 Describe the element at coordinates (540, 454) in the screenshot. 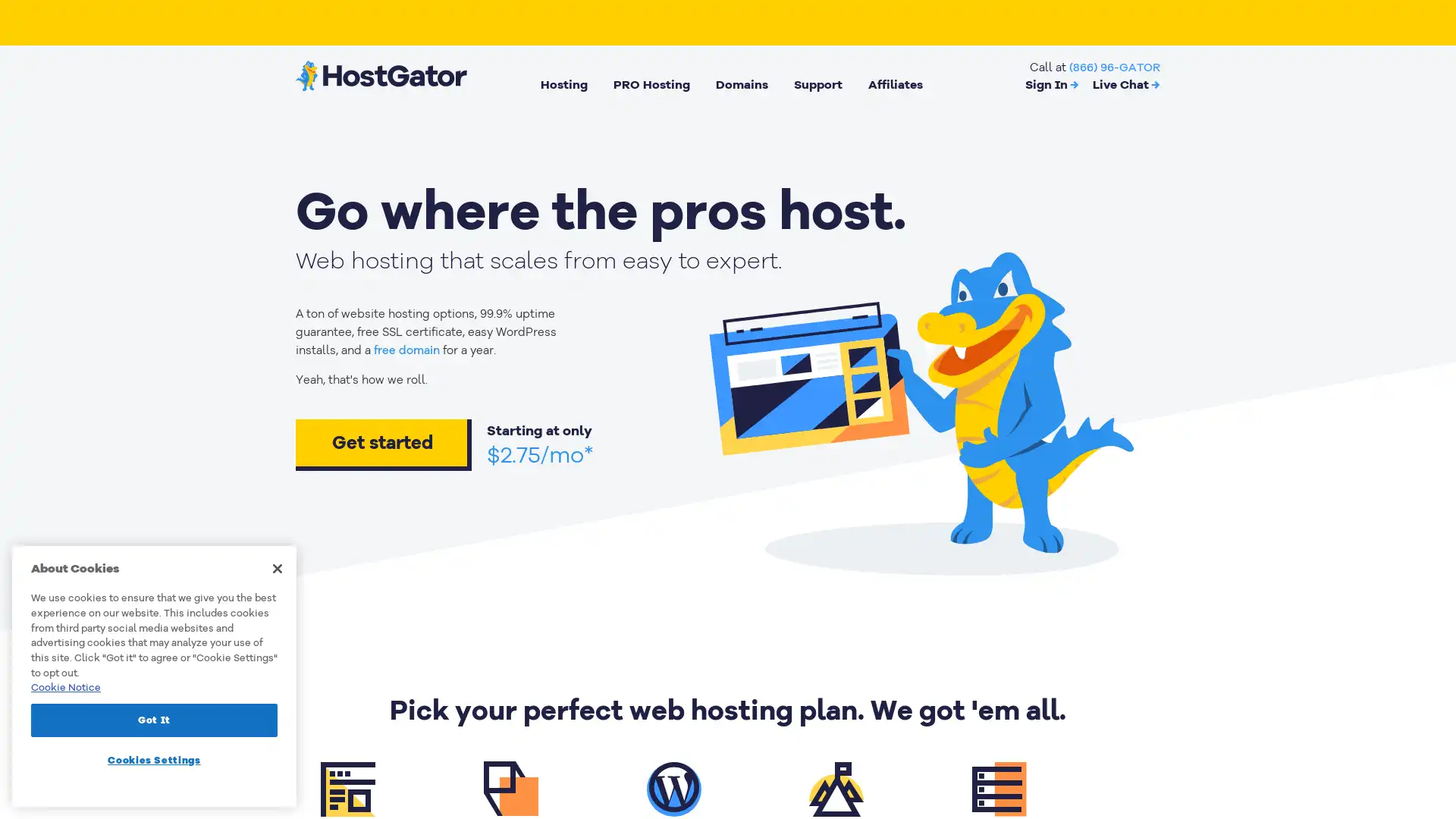

I see `$2.75/mo*` at that location.